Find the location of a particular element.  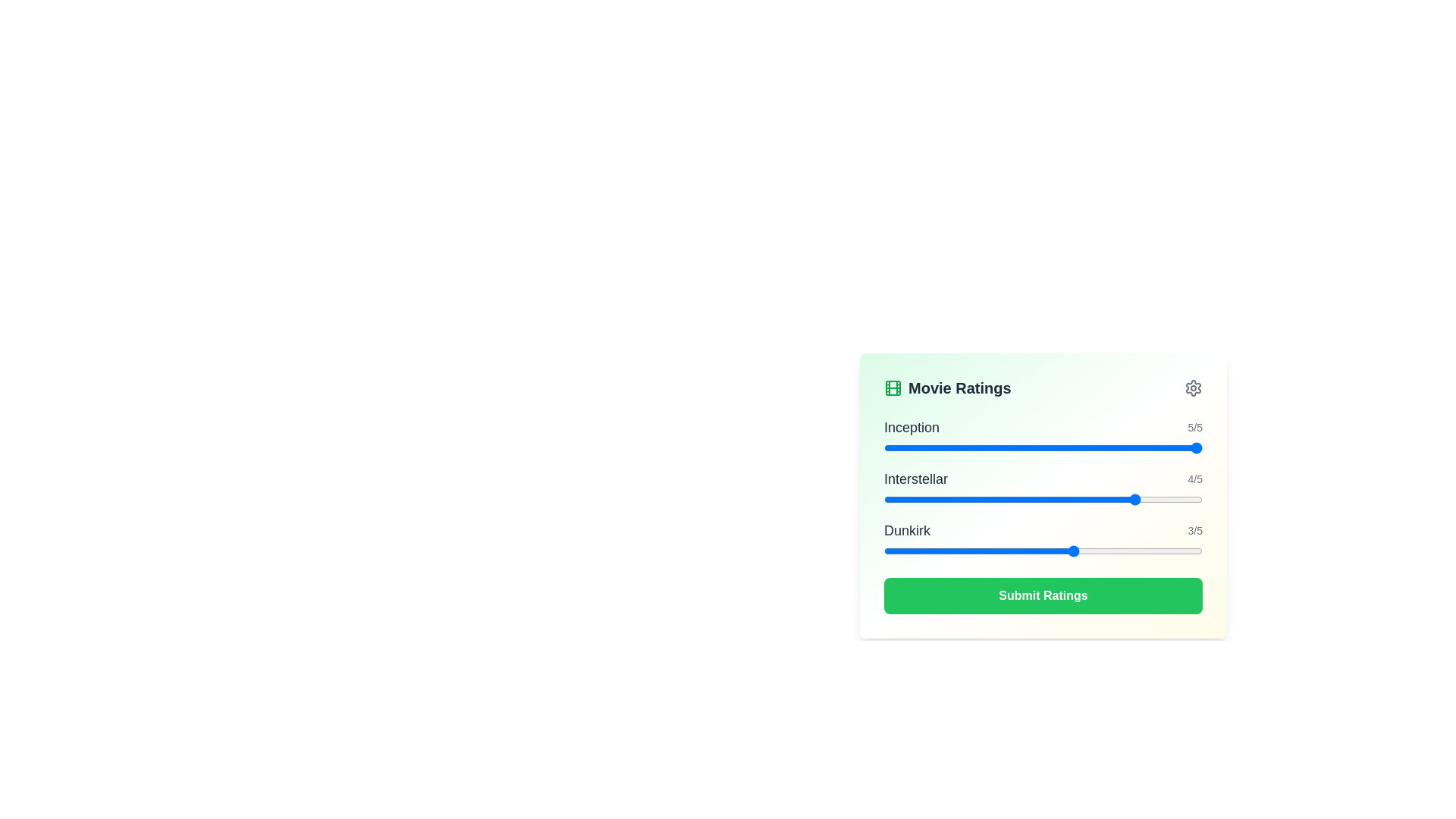

the rating for Dunkirk is located at coordinates (946, 551).